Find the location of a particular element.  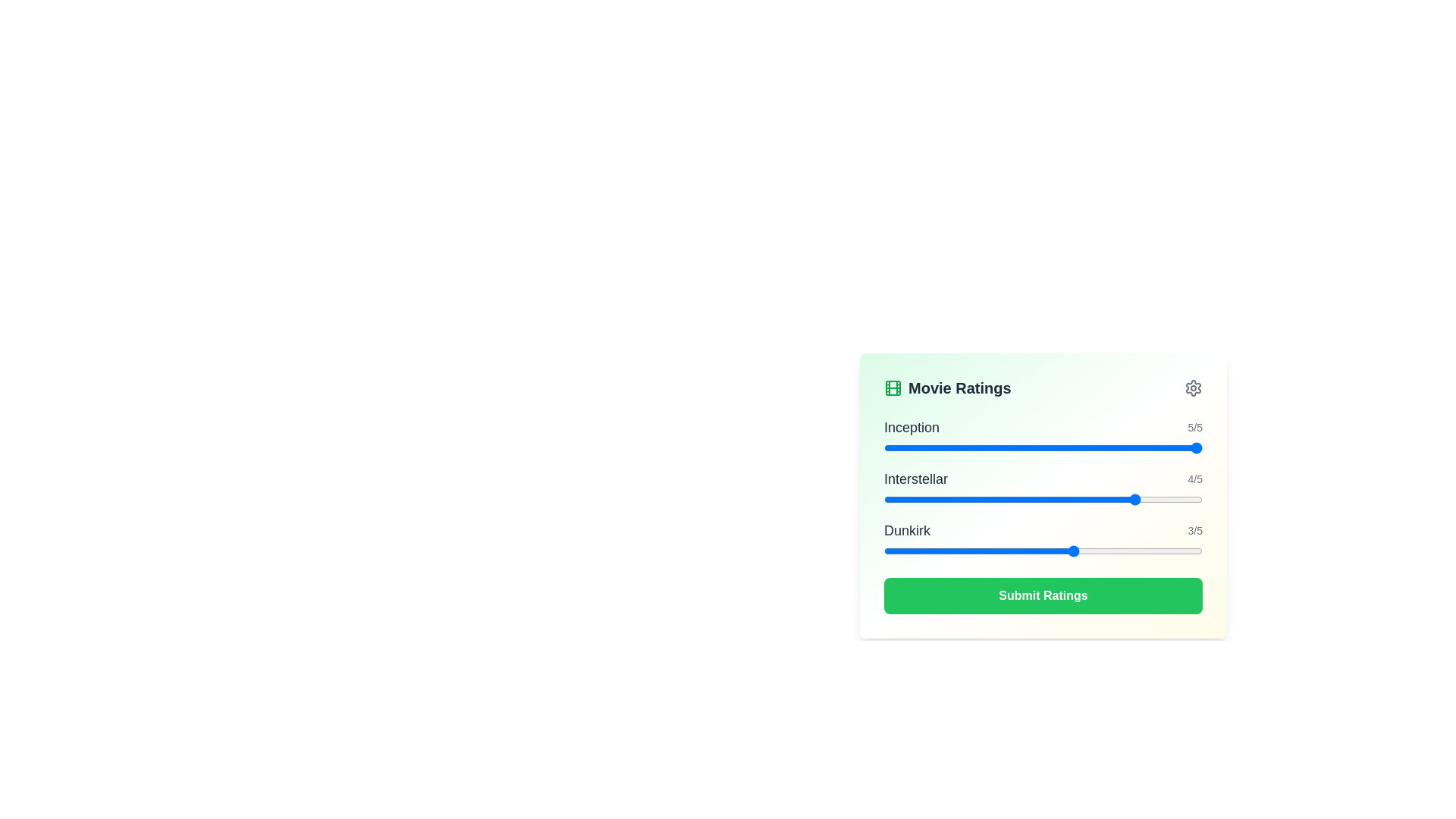

the rating for Dunkirk is located at coordinates (946, 551).